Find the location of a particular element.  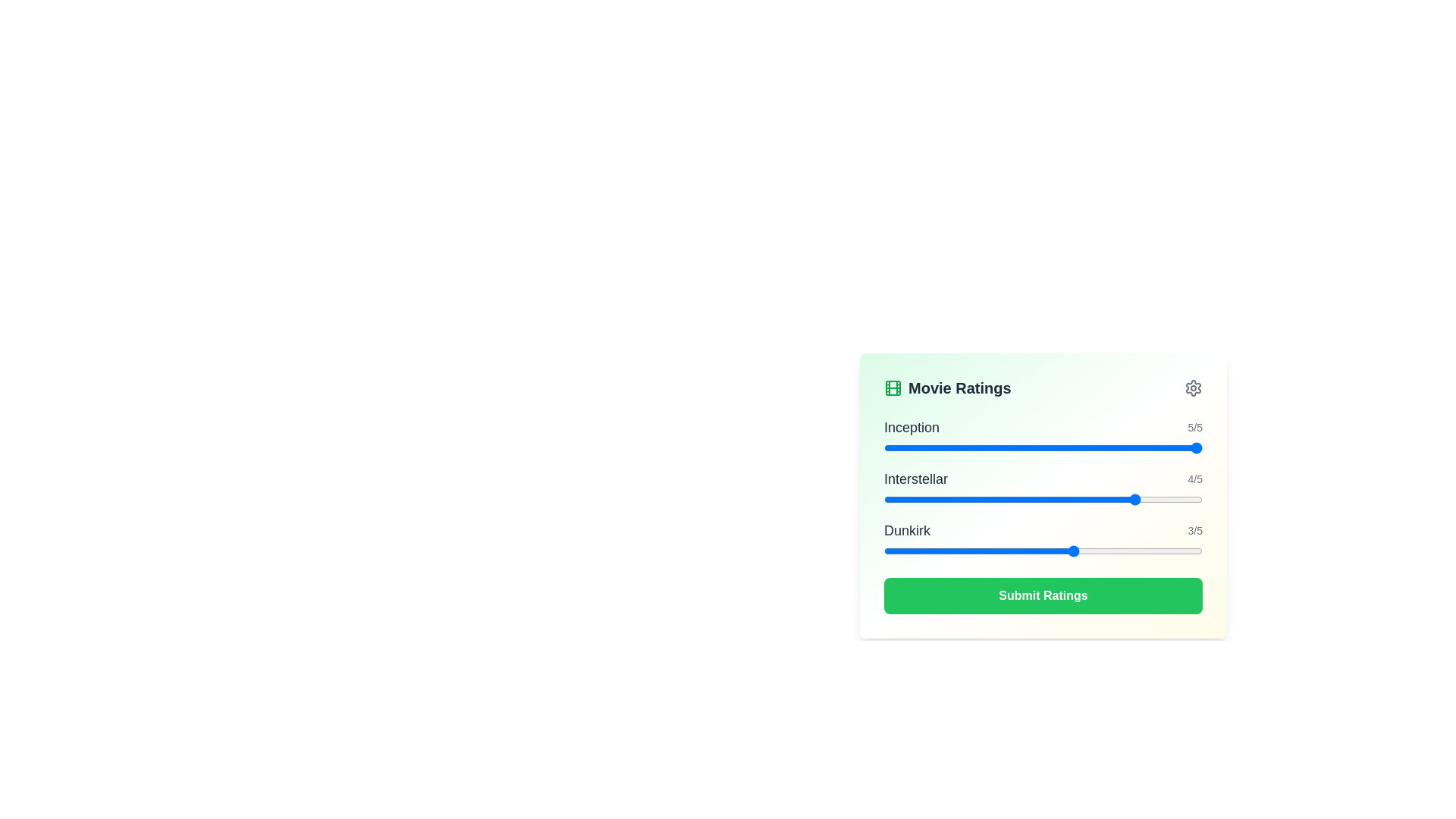

the rating for Dunkirk is located at coordinates (946, 551).